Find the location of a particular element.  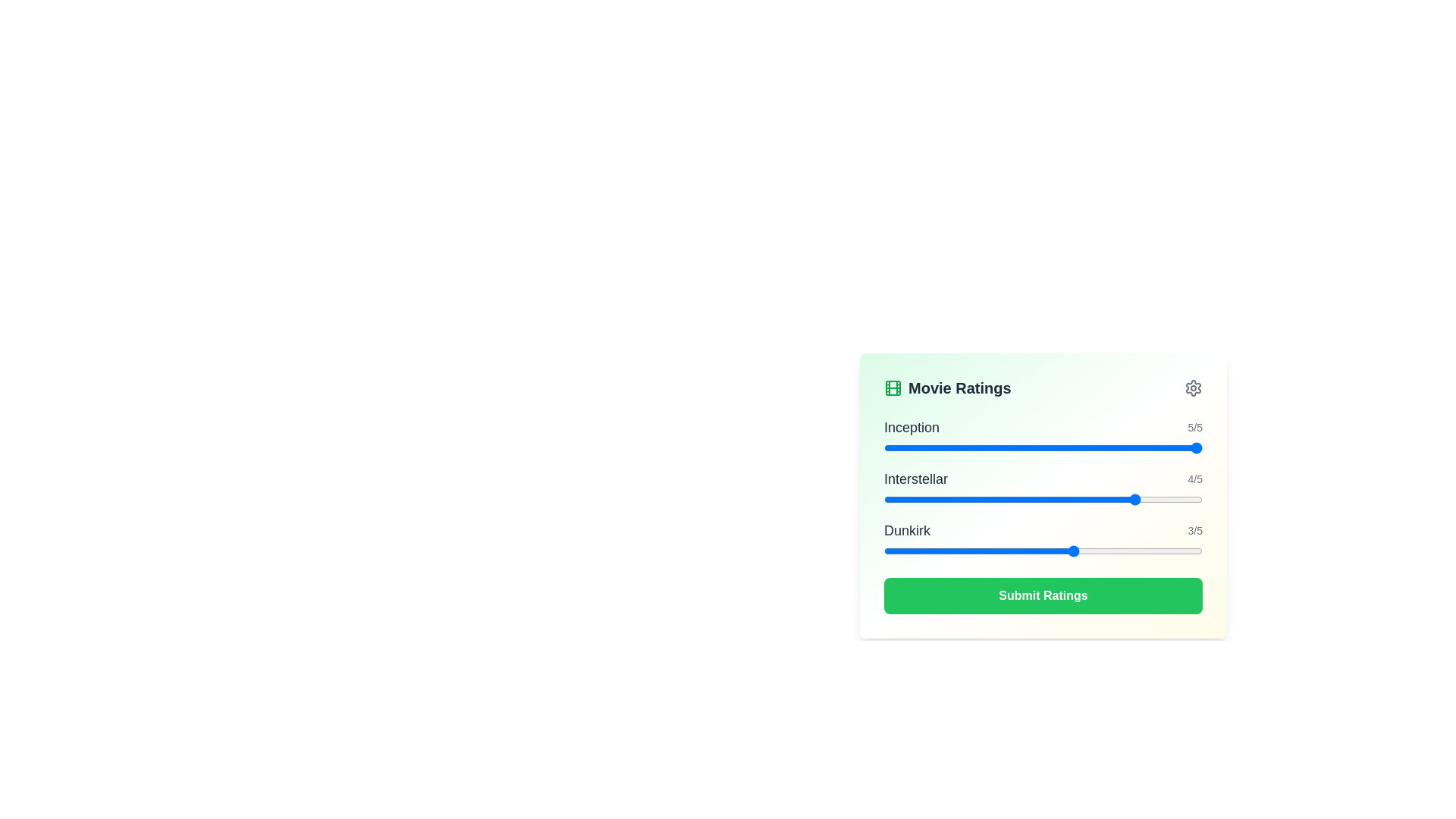

the rating for Dunkirk is located at coordinates (946, 551).